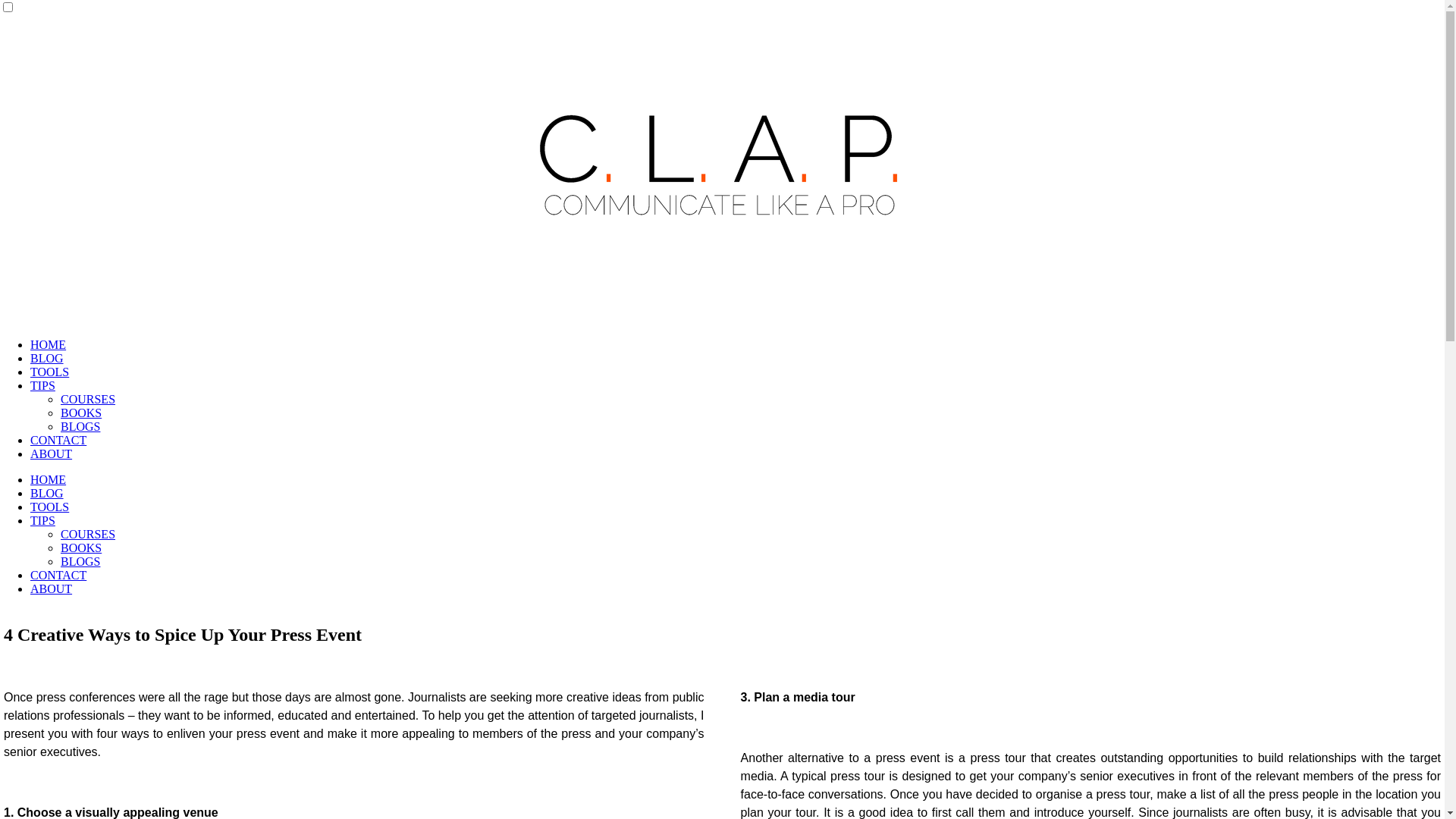  I want to click on 'BLOG', so click(47, 493).